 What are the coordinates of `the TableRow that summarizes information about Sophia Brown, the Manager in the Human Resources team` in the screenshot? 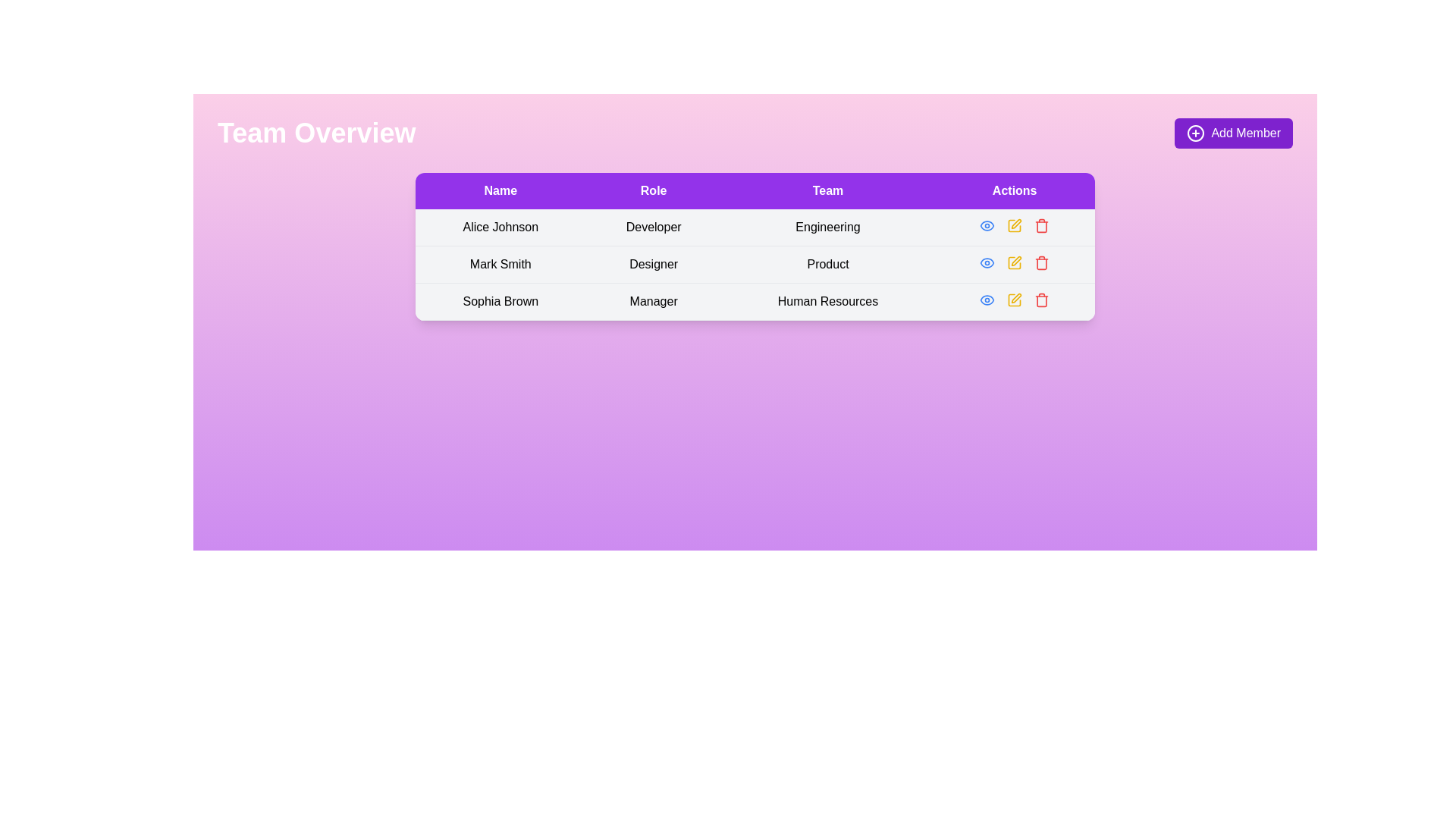 It's located at (755, 301).